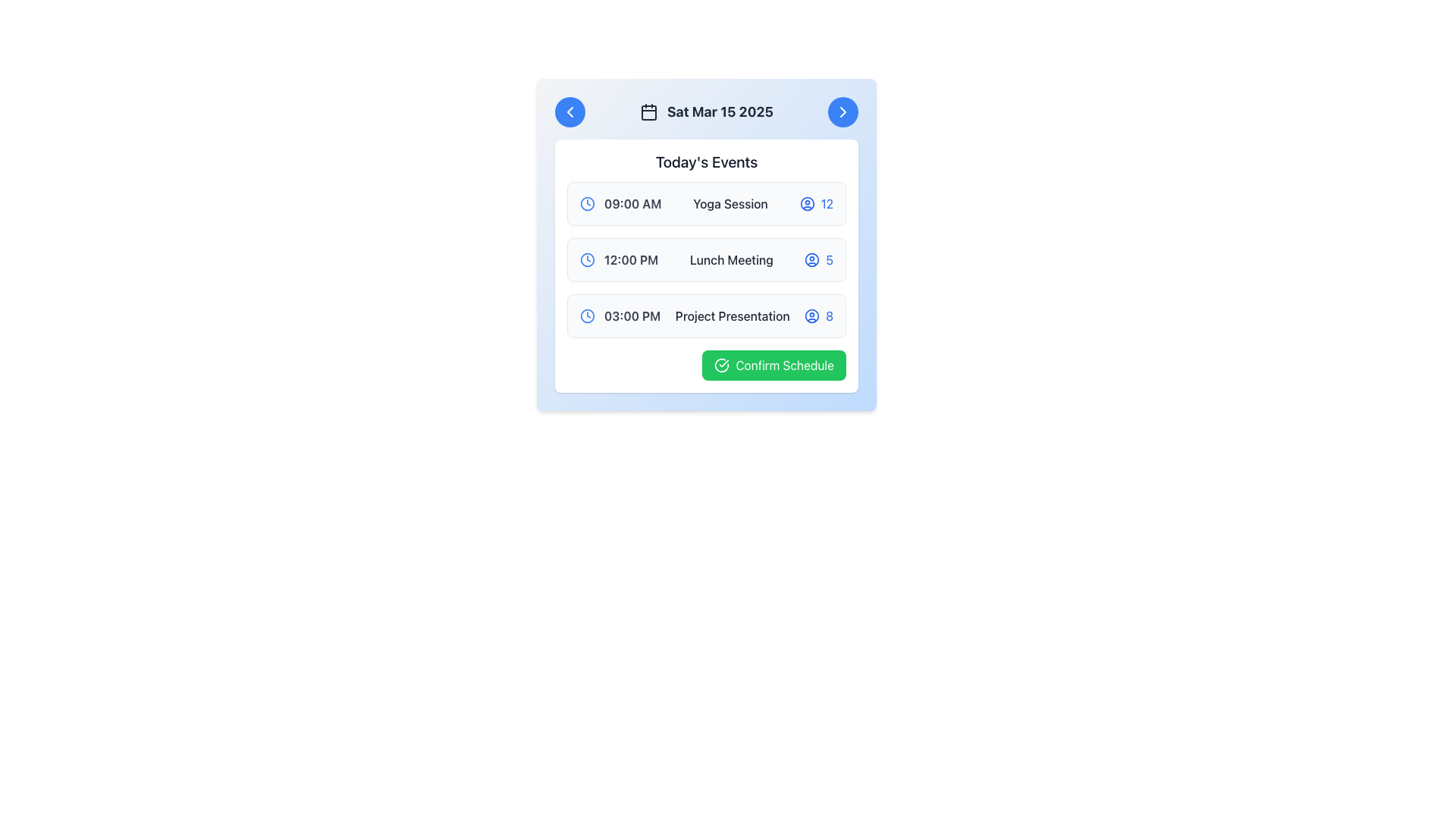 This screenshot has width=1456, height=819. Describe the element at coordinates (843, 111) in the screenshot. I see `the rightward chevron icon embedded inside the circular button in the top-right corner of the card interface` at that location.